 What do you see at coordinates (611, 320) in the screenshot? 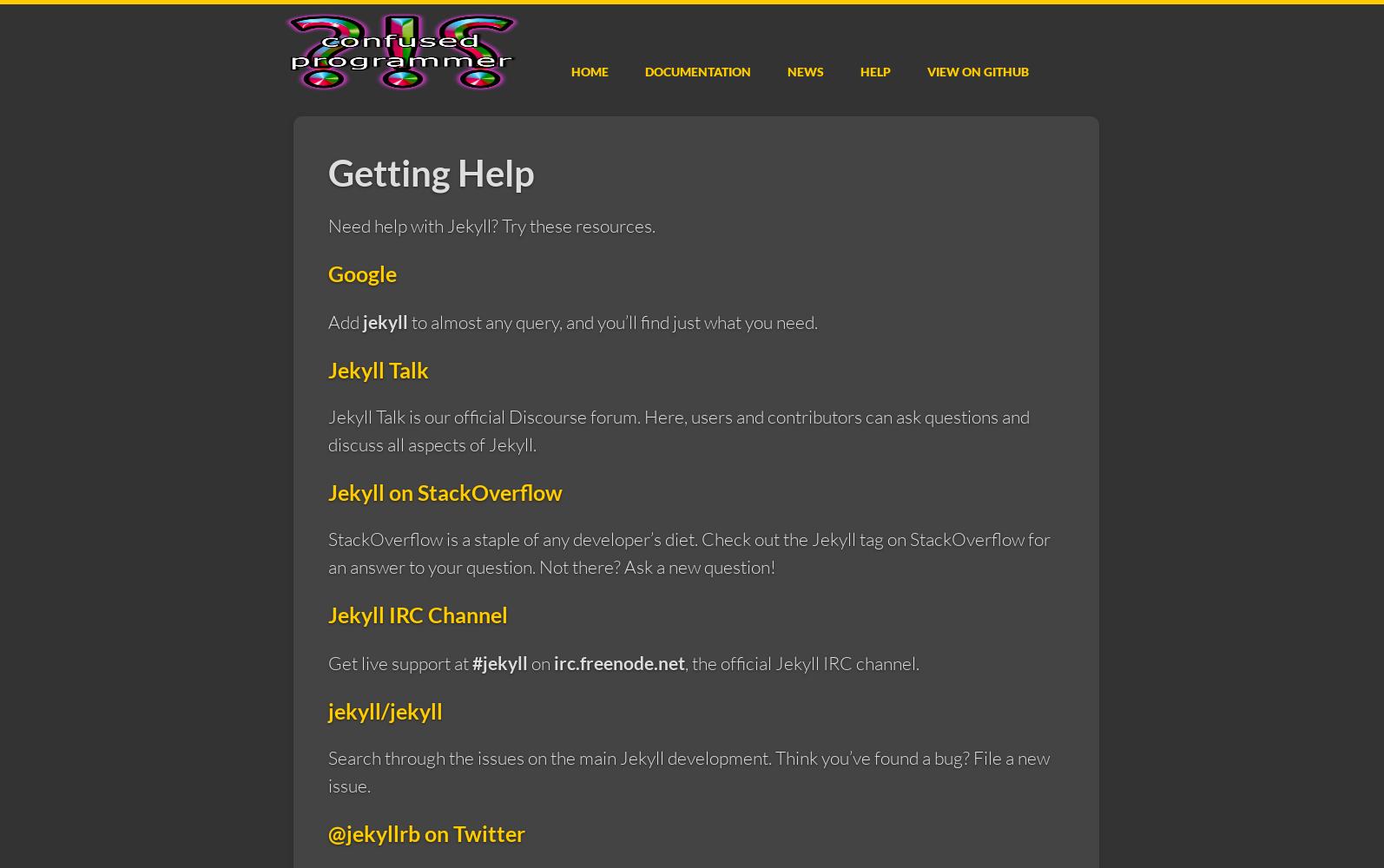
I see `'to almost any query, and you’ll find just what you need.'` at bounding box center [611, 320].